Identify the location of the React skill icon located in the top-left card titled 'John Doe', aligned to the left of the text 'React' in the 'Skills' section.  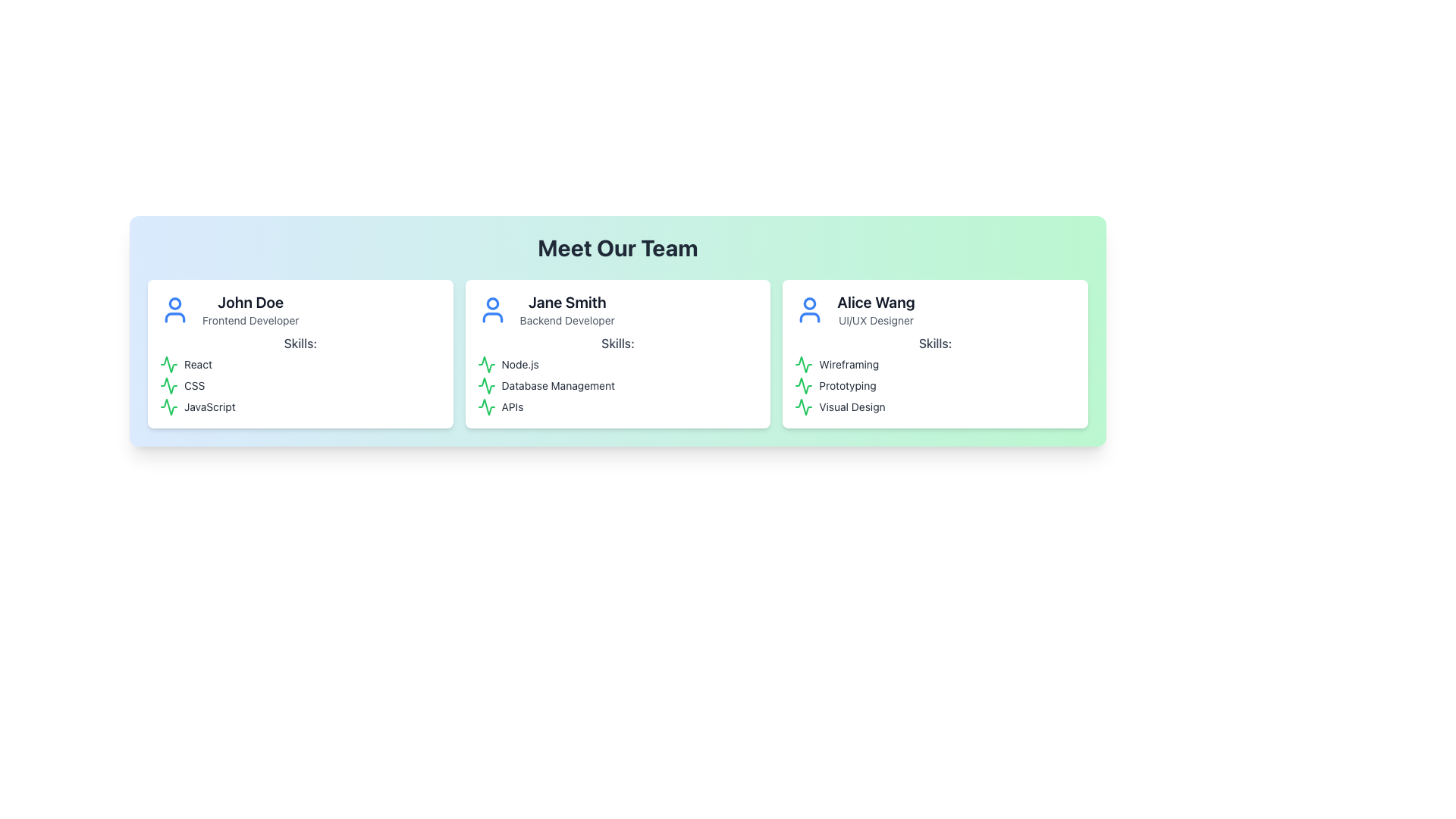
(168, 365).